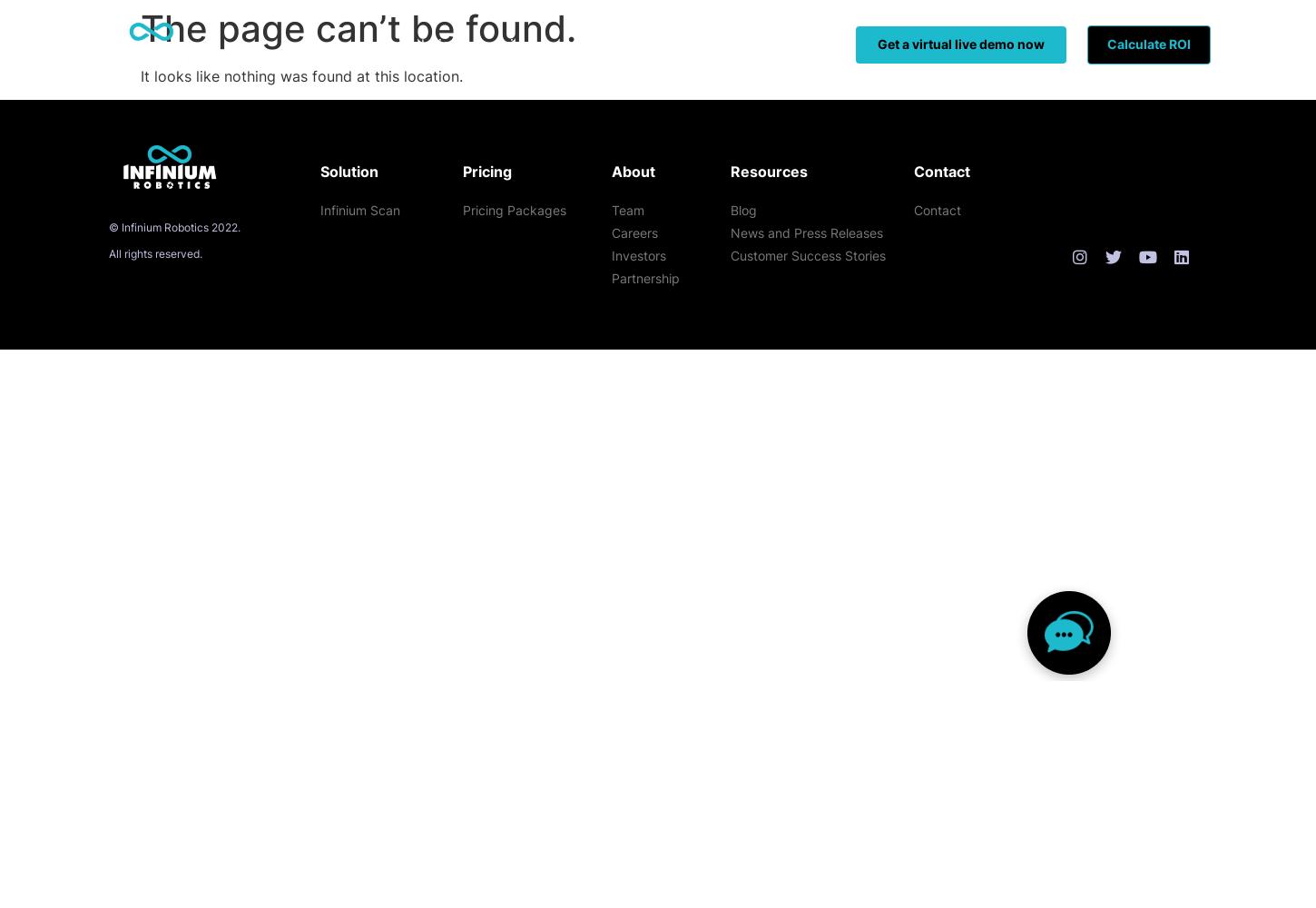 The width and height of the screenshot is (1316, 908). Describe the element at coordinates (173, 227) in the screenshot. I see `'© Infinium Robotics 2022.'` at that location.